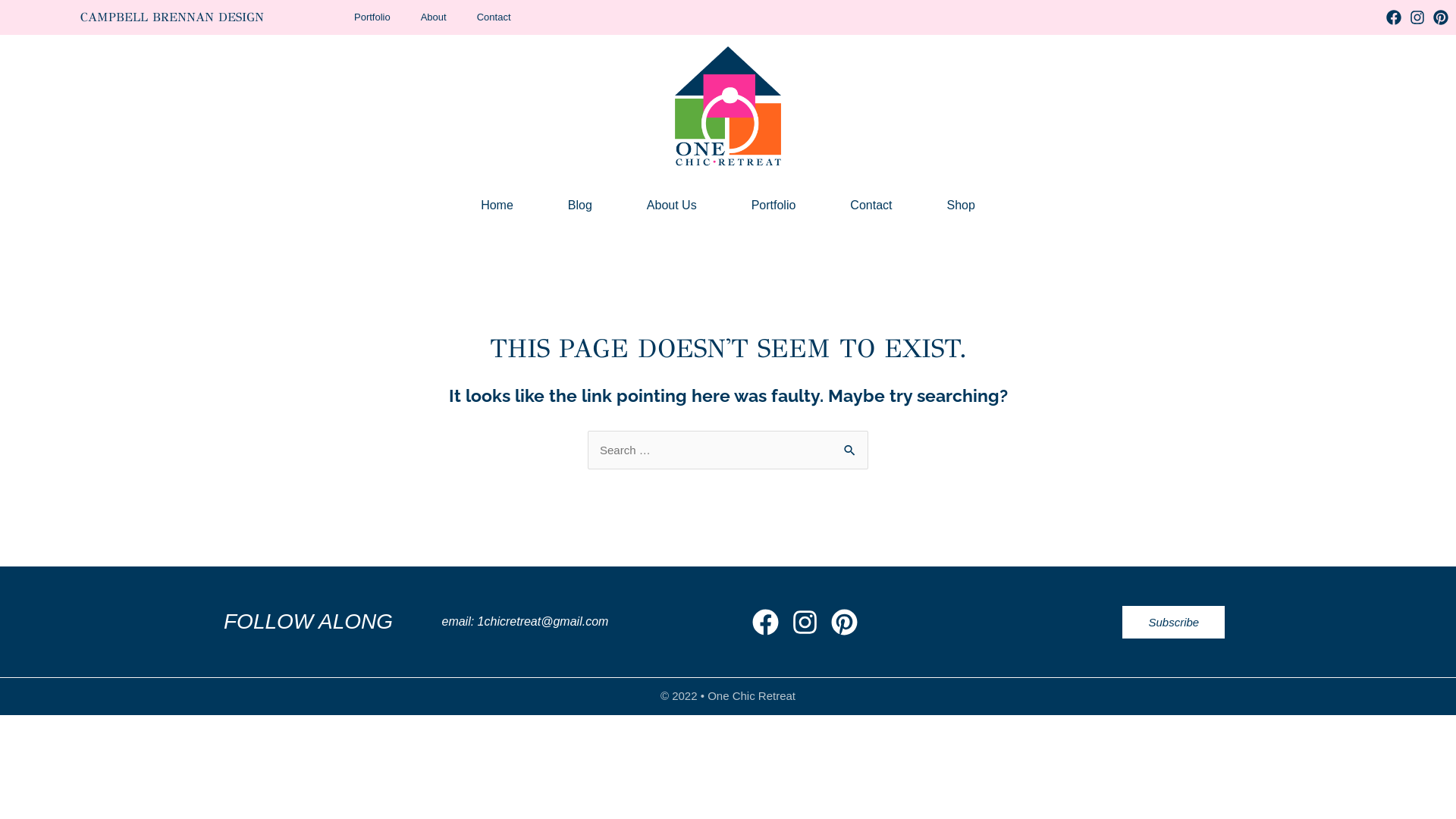 This screenshot has width=1456, height=819. I want to click on 'Portfolio', so click(773, 205).